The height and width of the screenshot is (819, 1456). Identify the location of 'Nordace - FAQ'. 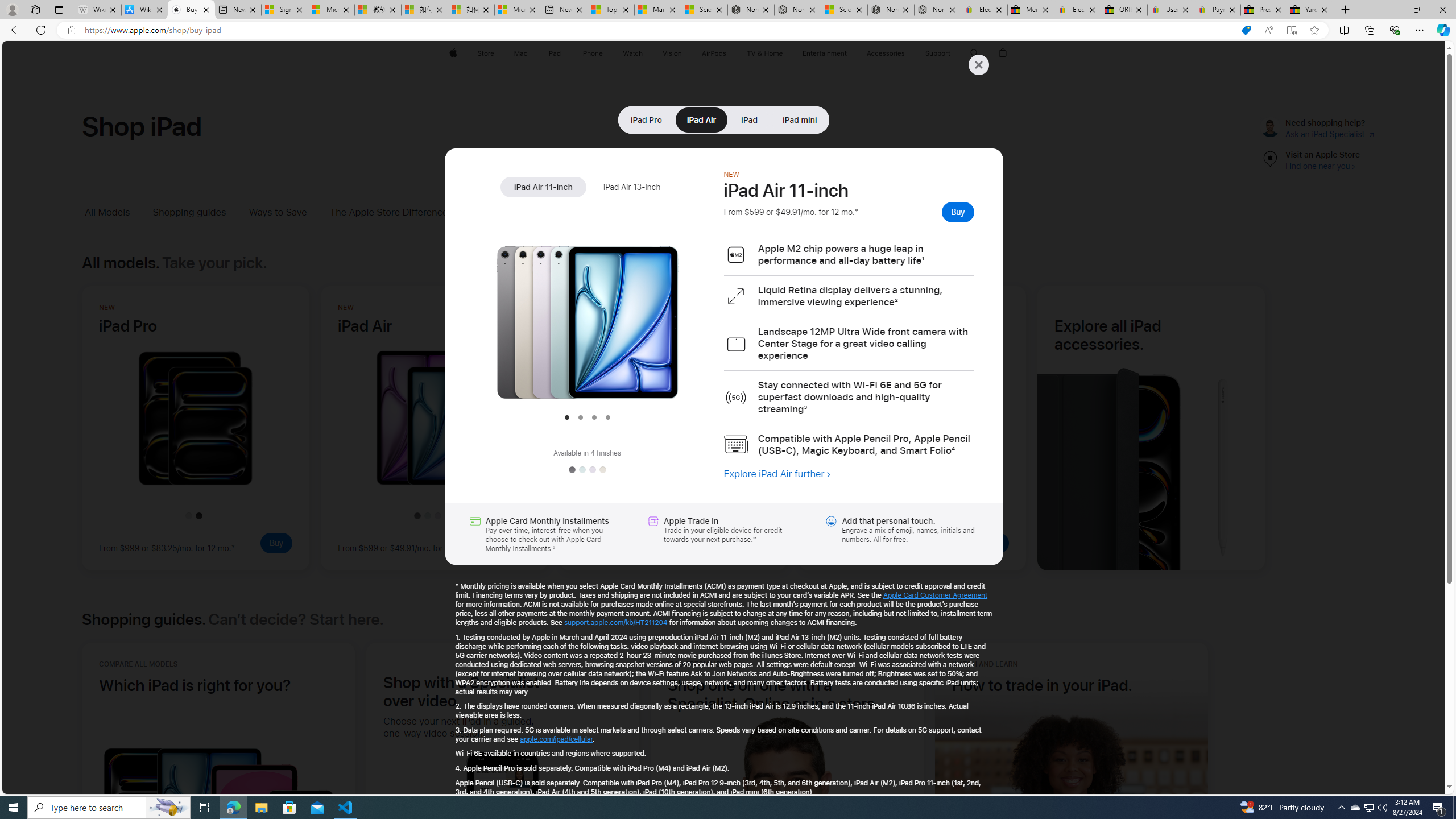
(937, 9).